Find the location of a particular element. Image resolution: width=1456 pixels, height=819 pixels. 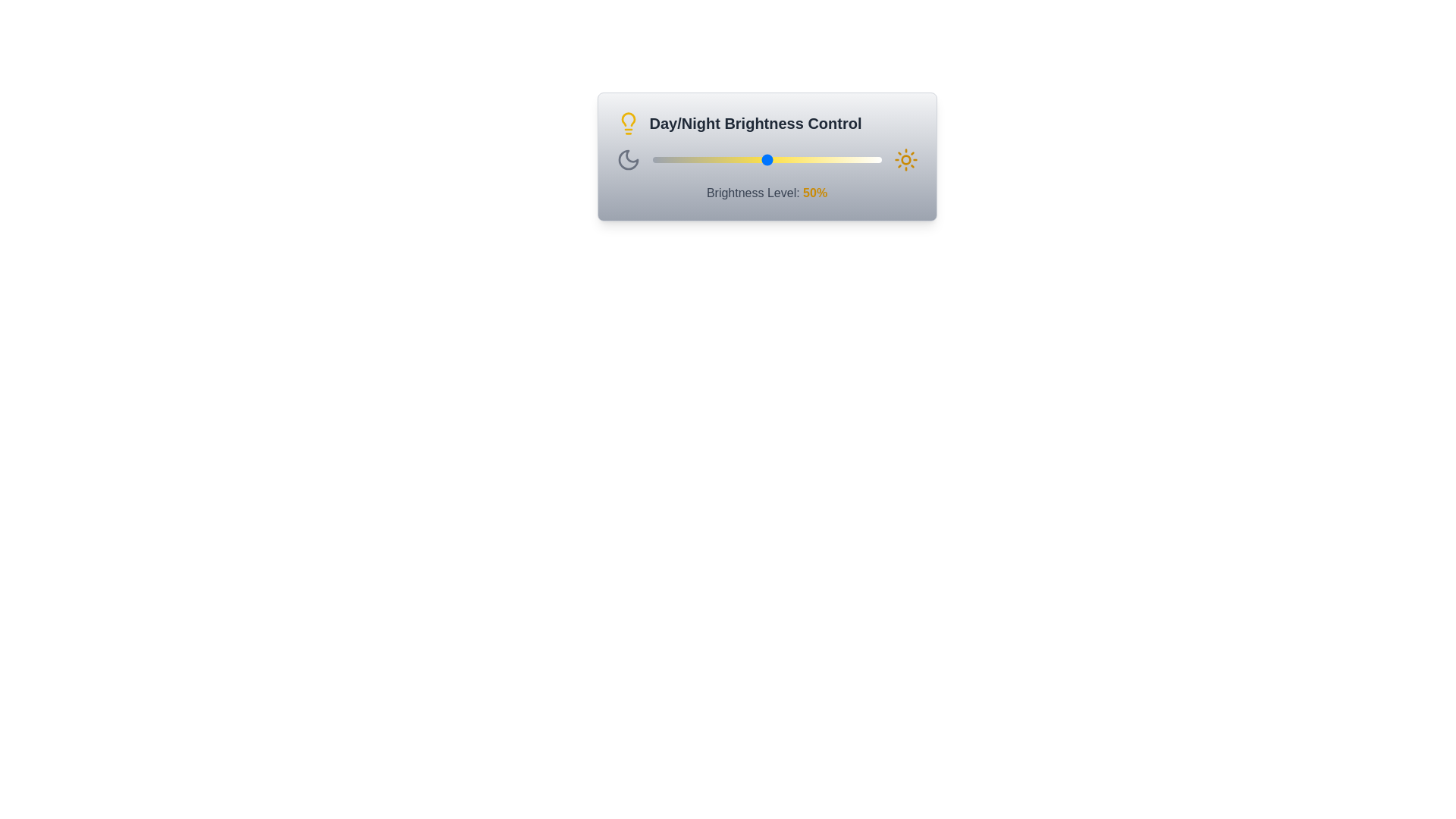

the Moon icon to toggle the brightness mode is located at coordinates (628, 160).